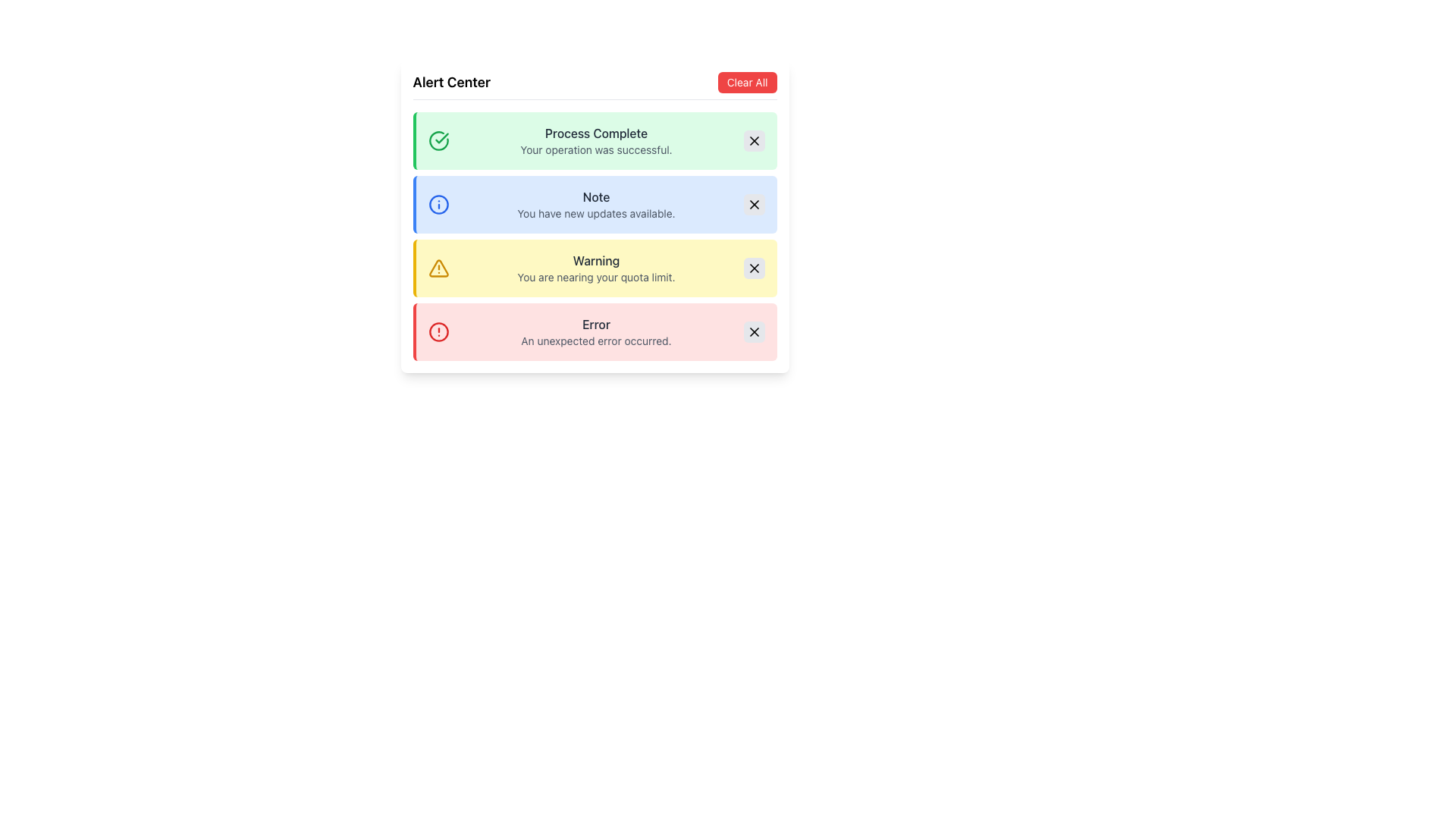 This screenshot has width=1456, height=819. I want to click on the small square button with rounded edges and an 'X' icon located on the far right of the blue notification bar labeled 'Note', so click(754, 205).